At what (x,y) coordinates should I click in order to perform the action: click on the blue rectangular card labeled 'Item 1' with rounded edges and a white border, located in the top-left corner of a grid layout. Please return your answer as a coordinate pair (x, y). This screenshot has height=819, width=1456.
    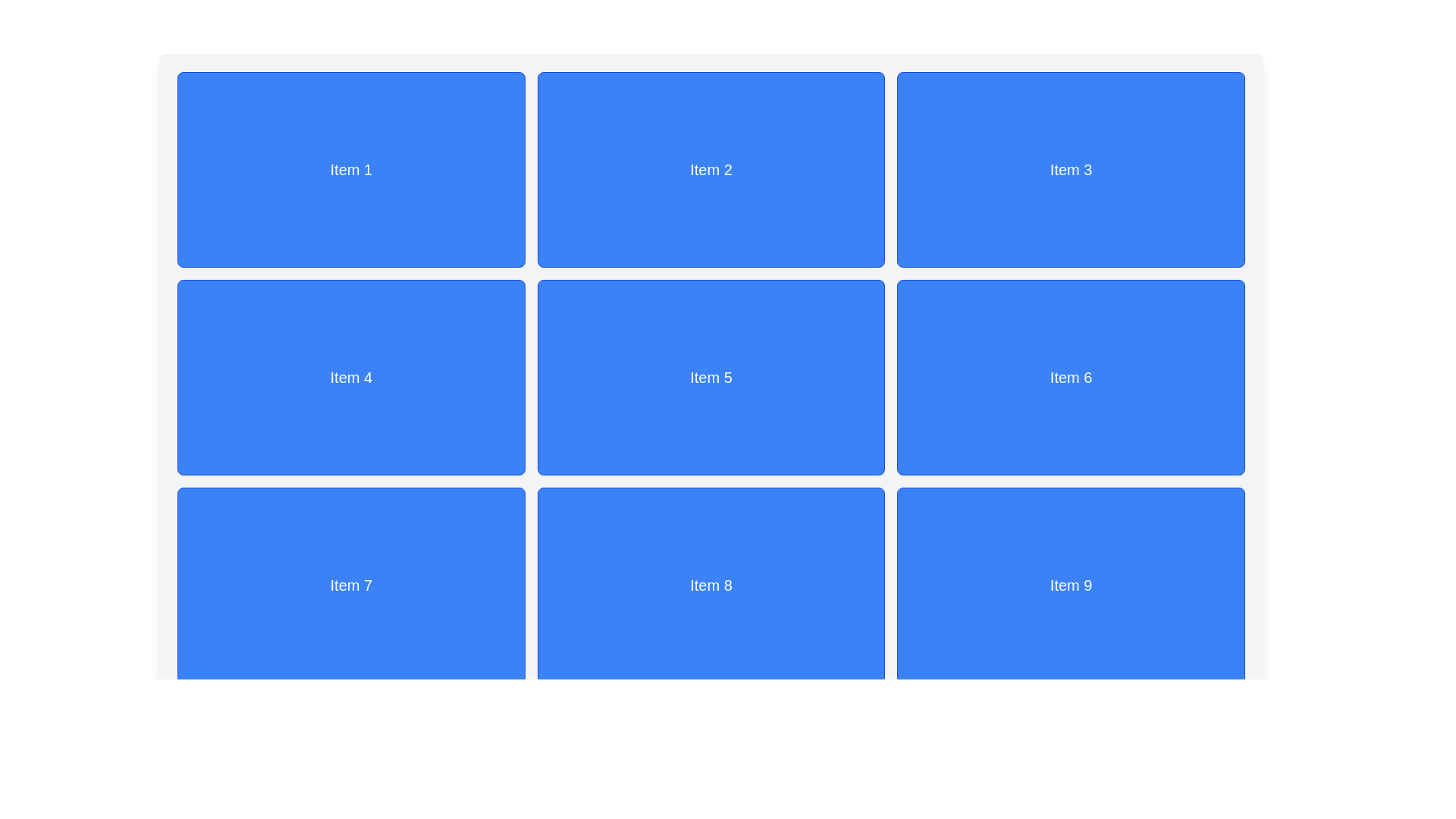
    Looking at the image, I should click on (350, 169).